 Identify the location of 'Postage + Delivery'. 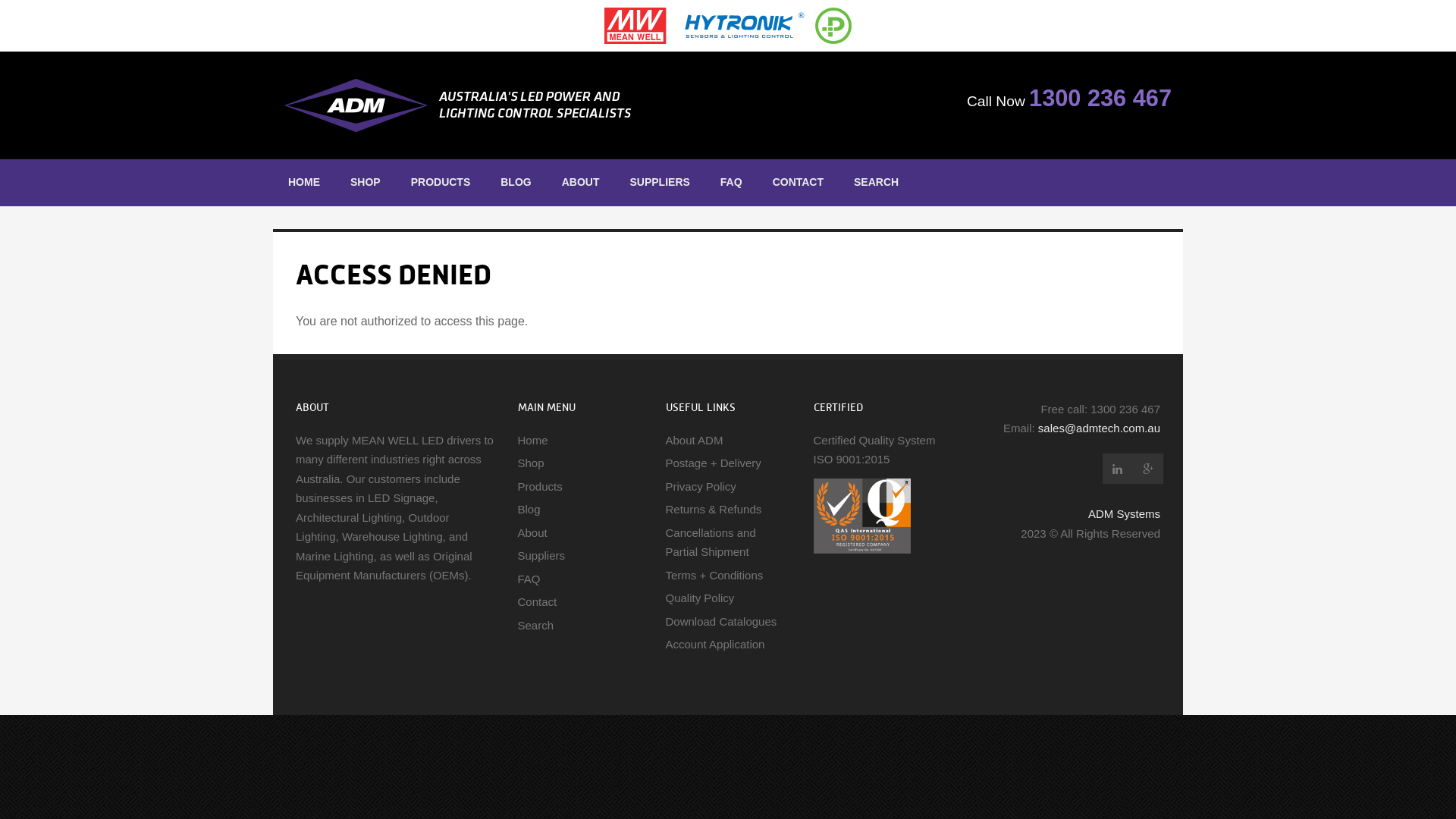
(712, 462).